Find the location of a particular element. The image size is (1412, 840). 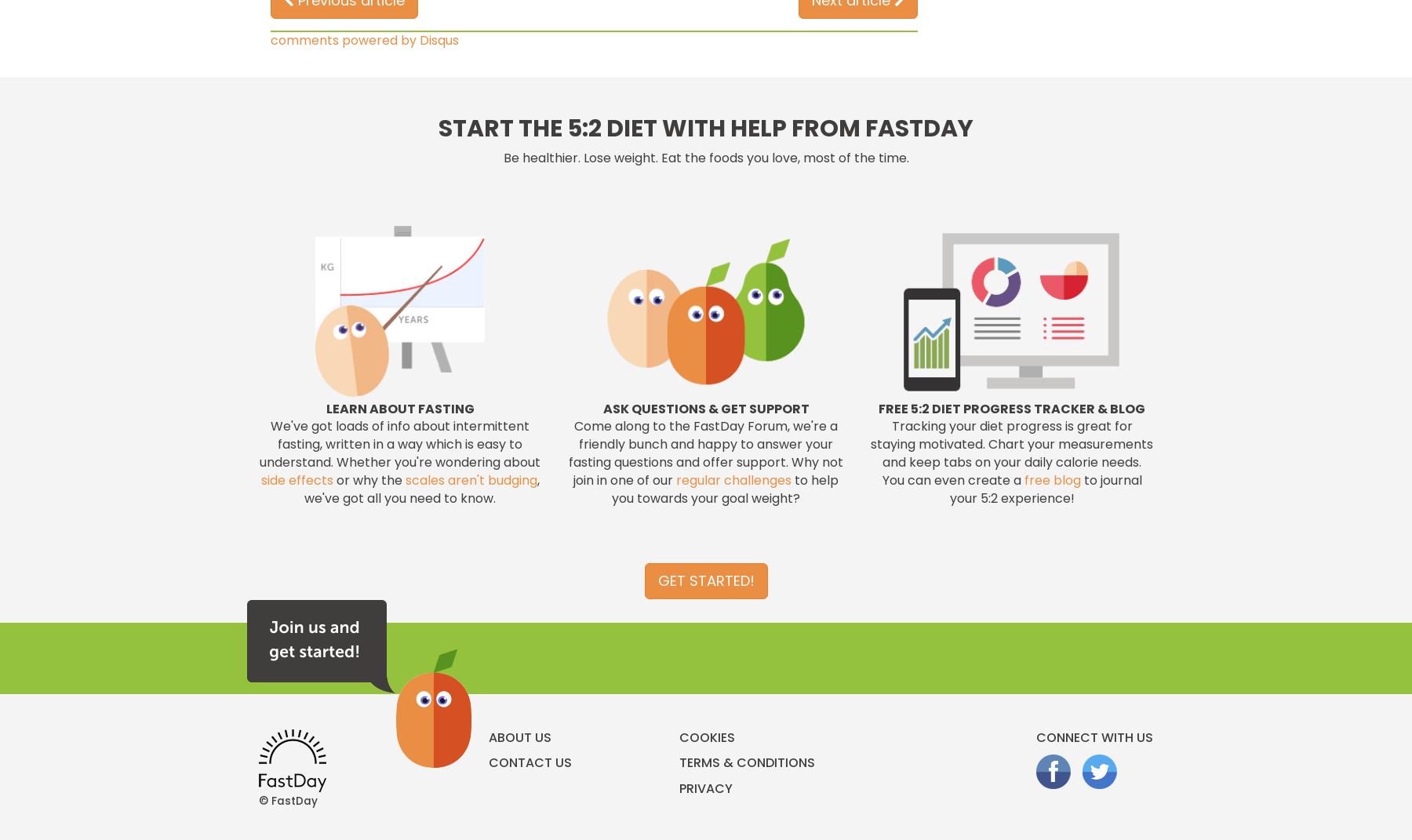

', we've got all you need to know.' is located at coordinates (420, 488).